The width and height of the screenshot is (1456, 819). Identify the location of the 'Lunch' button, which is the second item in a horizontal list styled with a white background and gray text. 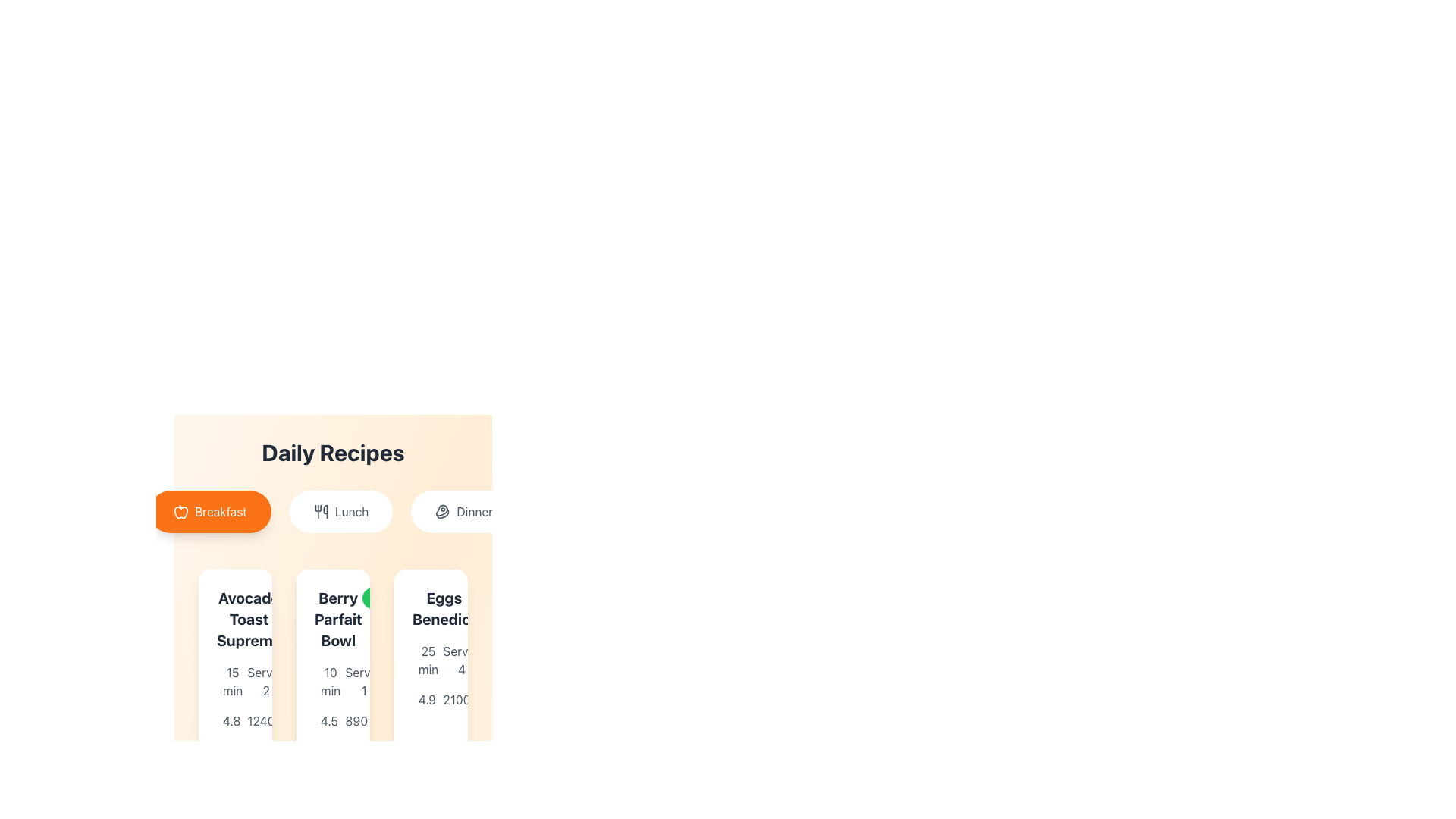
(332, 512).